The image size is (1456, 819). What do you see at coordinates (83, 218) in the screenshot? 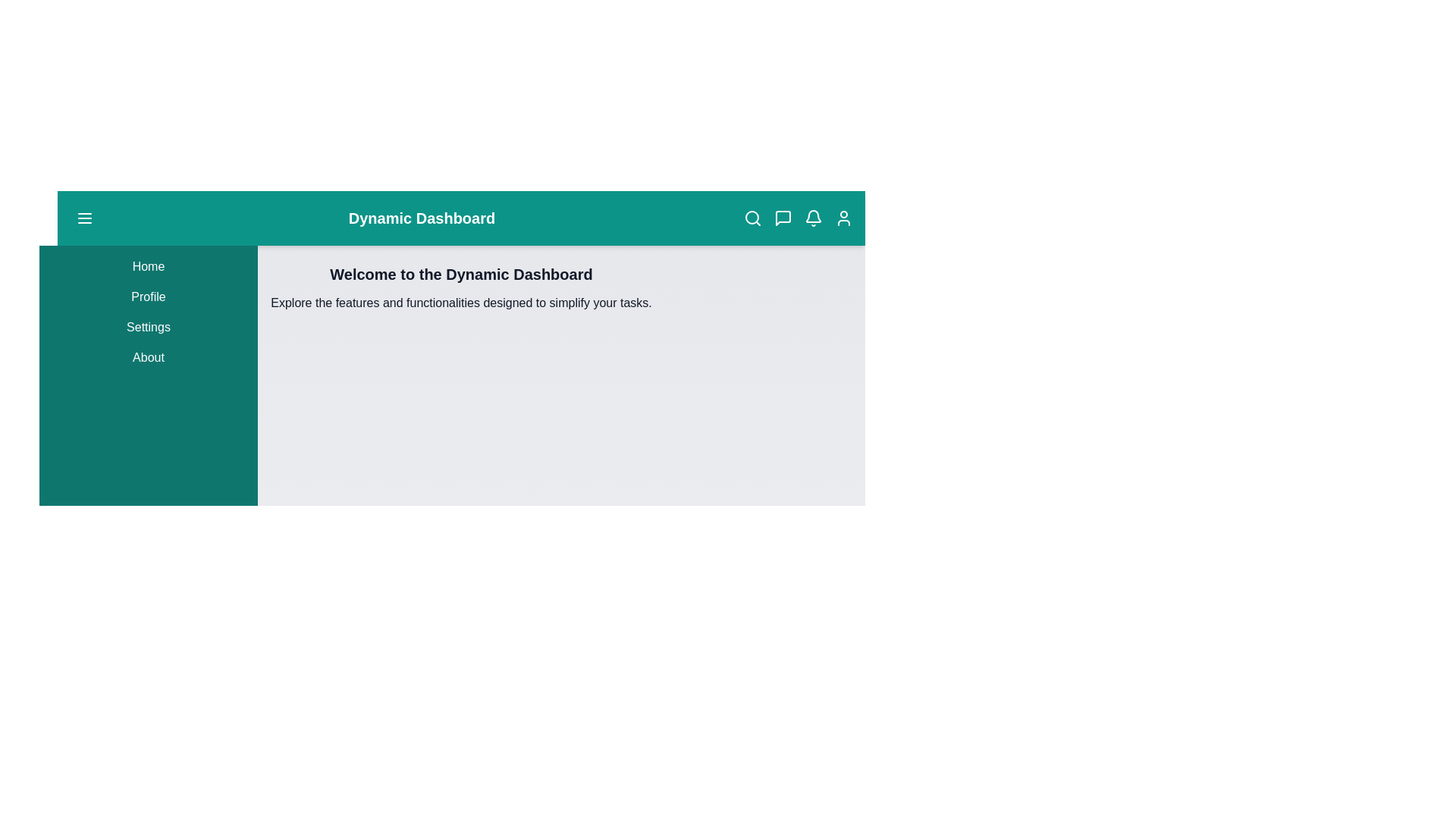
I see `the menu button to toggle the sidebar menu` at bounding box center [83, 218].